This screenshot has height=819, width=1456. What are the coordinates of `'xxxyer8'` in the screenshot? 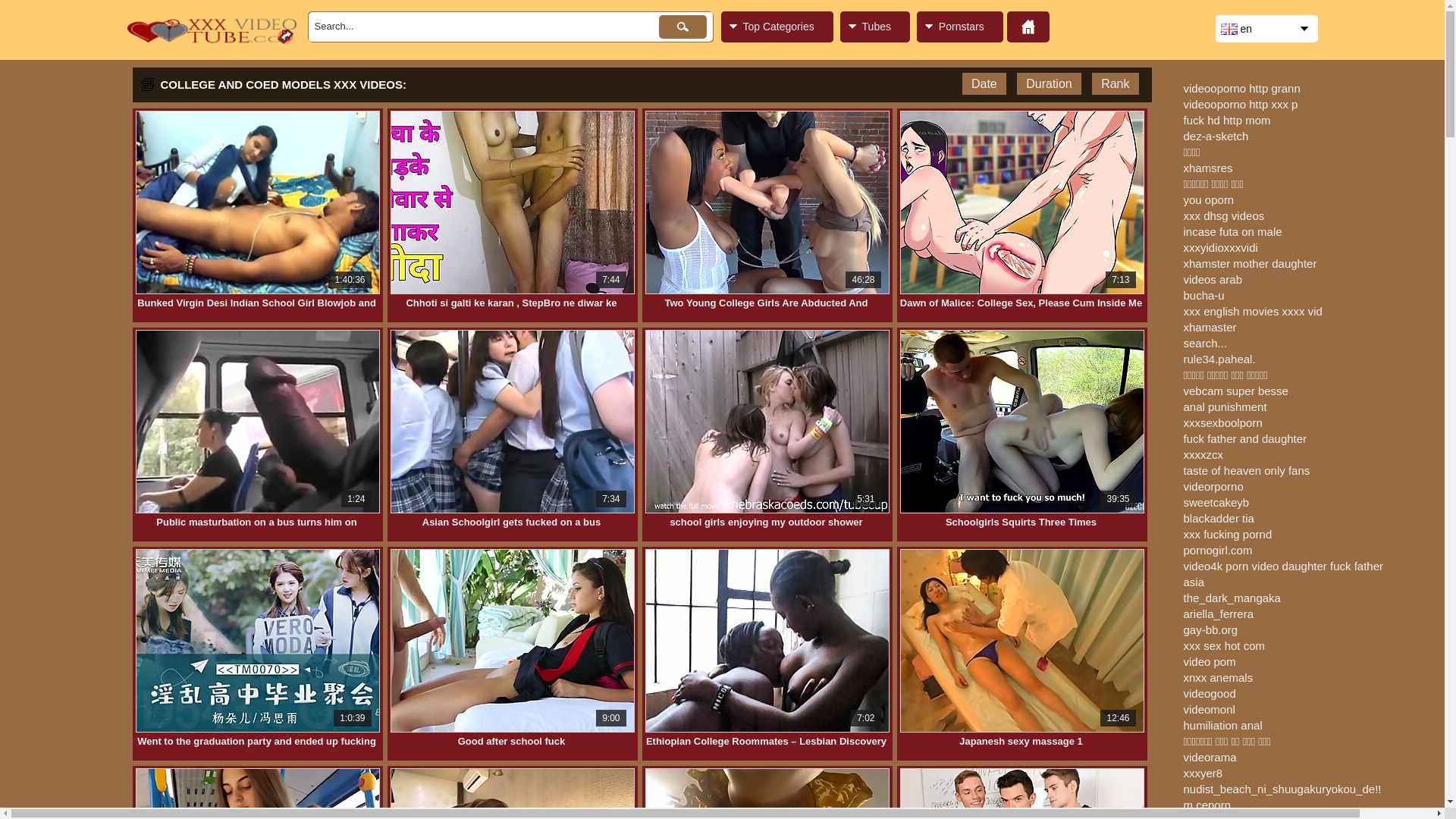 It's located at (1201, 773).